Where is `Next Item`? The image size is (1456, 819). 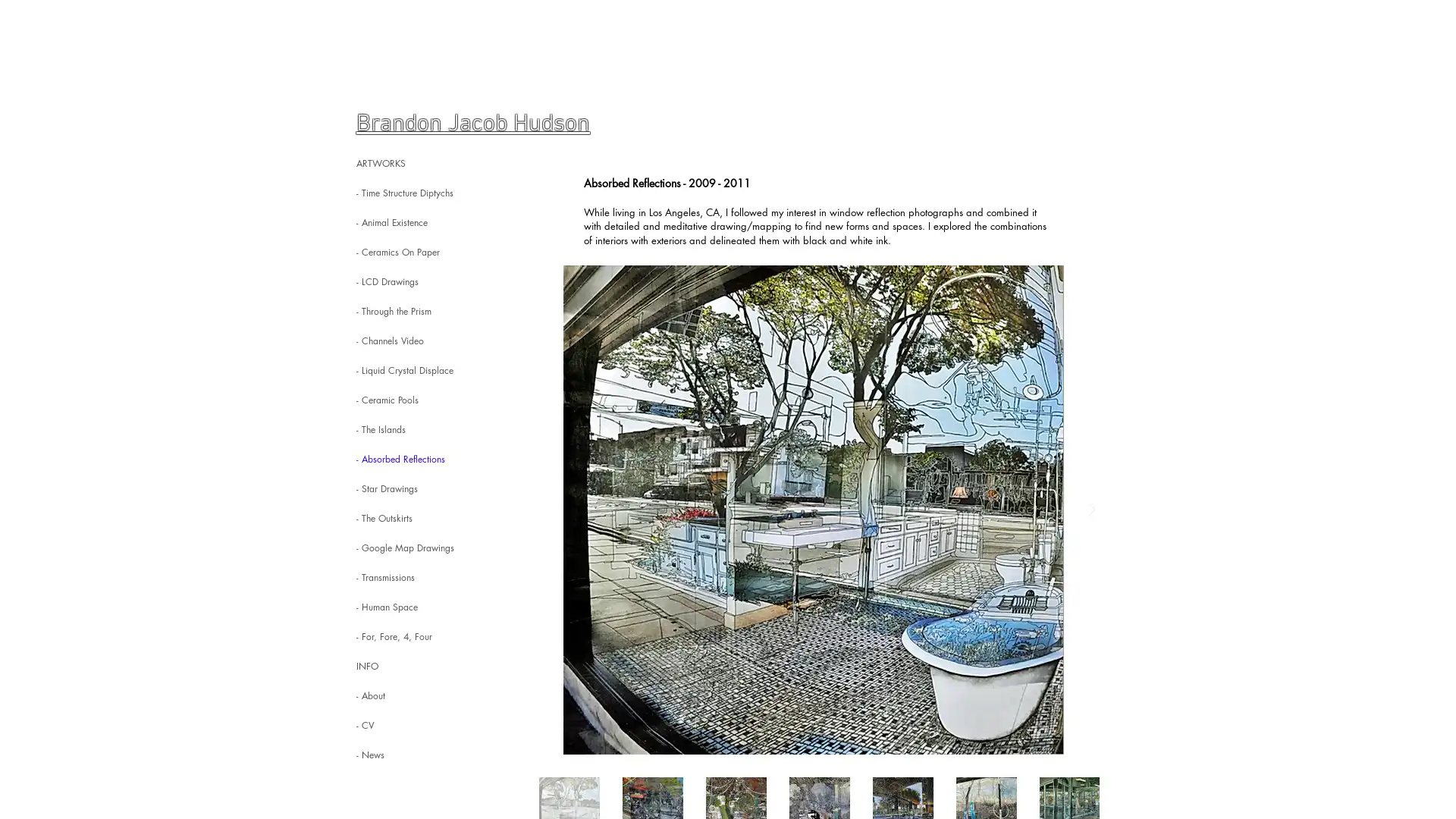
Next Item is located at coordinates (1090, 510).